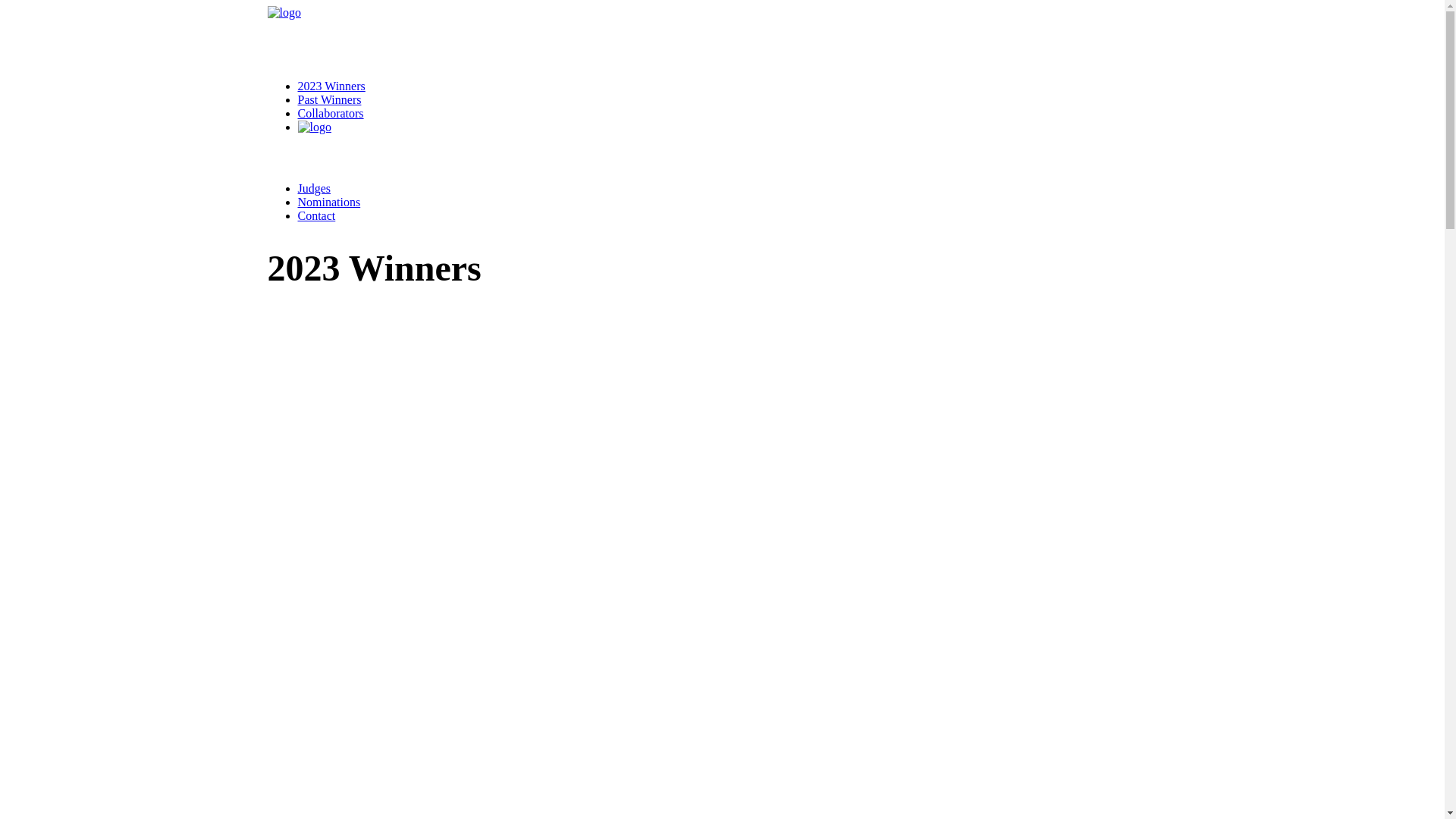 The image size is (1456, 819). What do you see at coordinates (330, 86) in the screenshot?
I see `'2023 Winners'` at bounding box center [330, 86].